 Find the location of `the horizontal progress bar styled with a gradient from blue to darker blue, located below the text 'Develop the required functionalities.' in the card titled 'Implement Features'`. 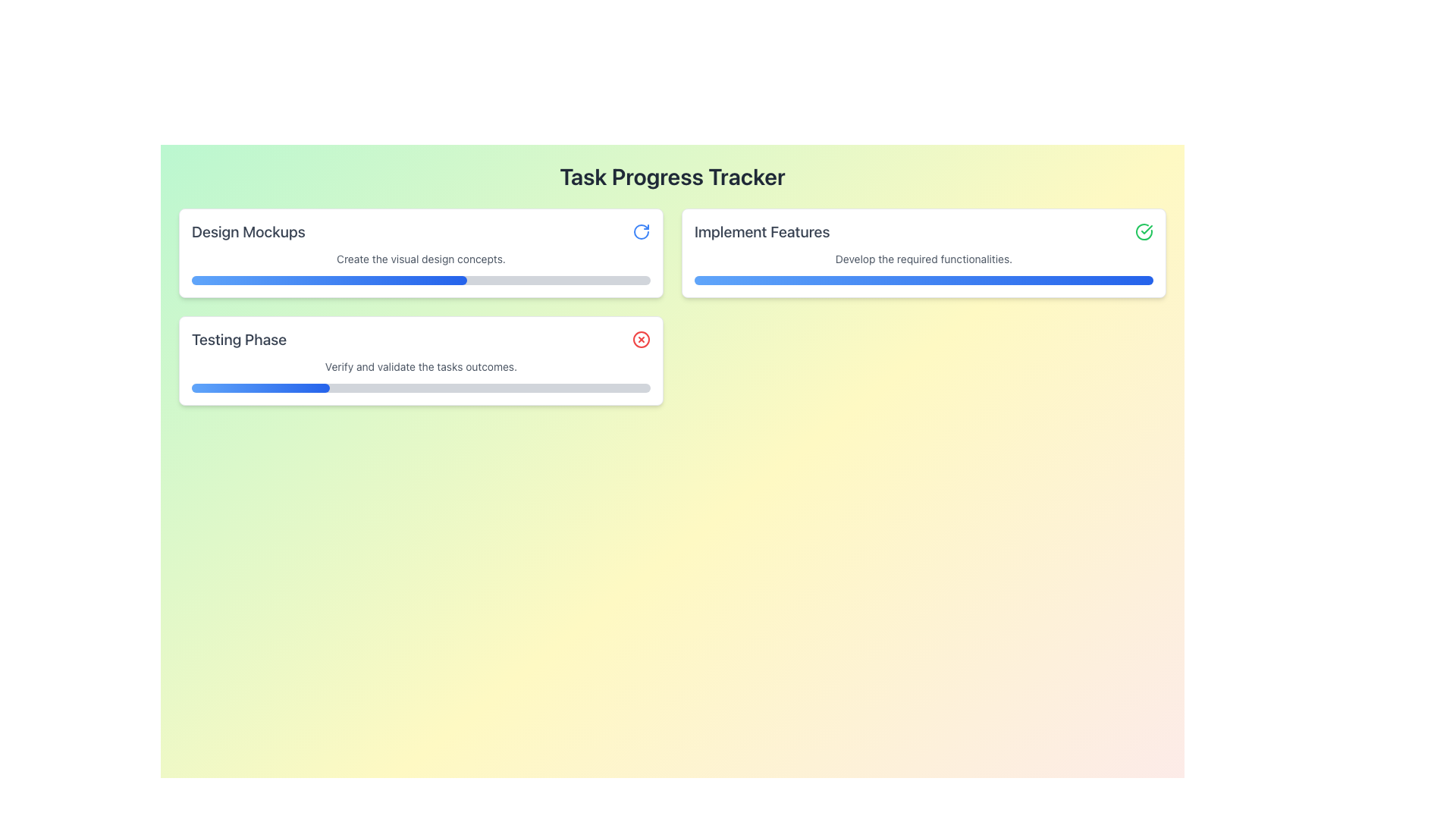

the horizontal progress bar styled with a gradient from blue to darker blue, located below the text 'Develop the required functionalities.' in the card titled 'Implement Features' is located at coordinates (923, 281).